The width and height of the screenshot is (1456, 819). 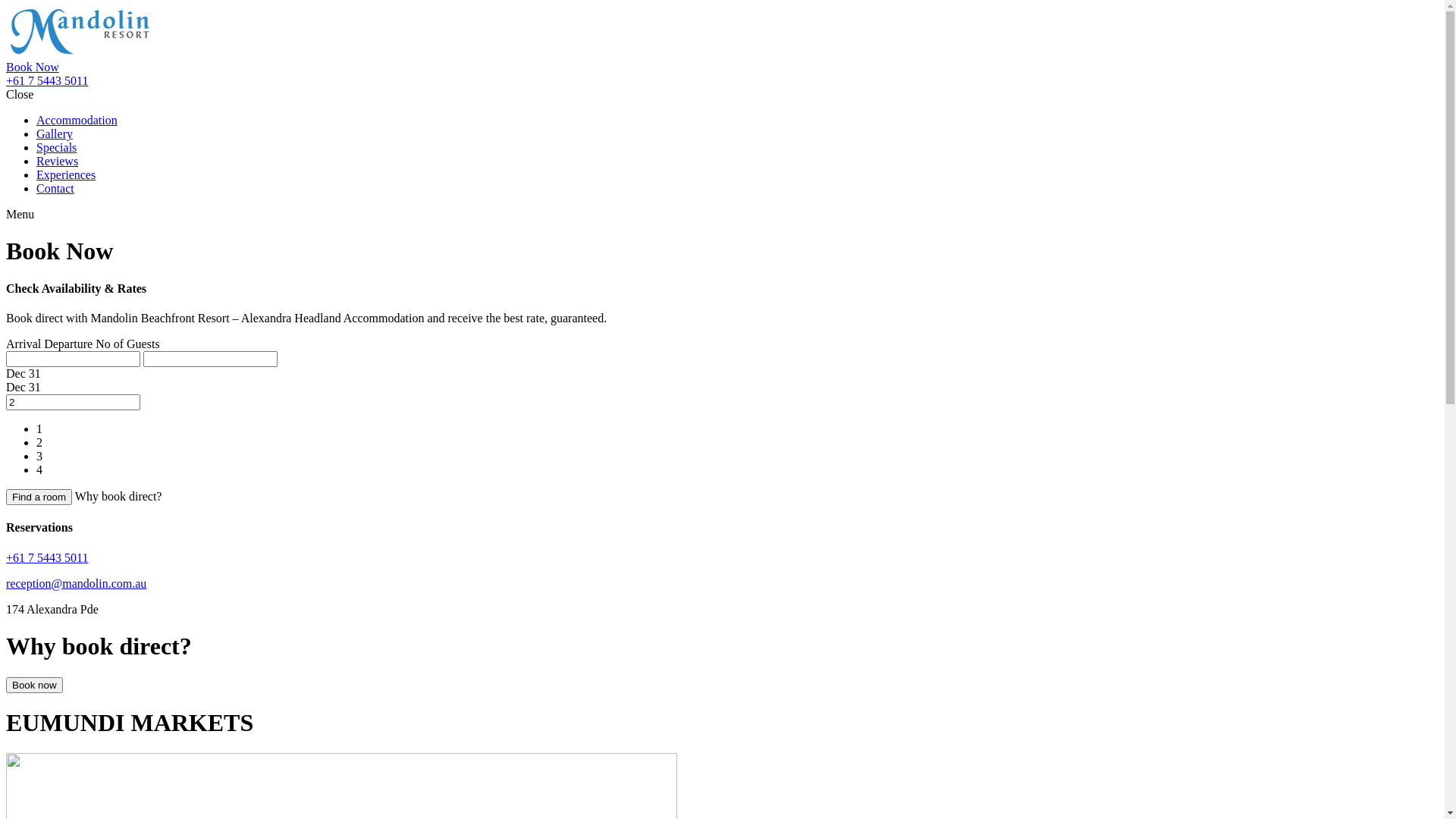 What do you see at coordinates (55, 187) in the screenshot?
I see `'Contact'` at bounding box center [55, 187].